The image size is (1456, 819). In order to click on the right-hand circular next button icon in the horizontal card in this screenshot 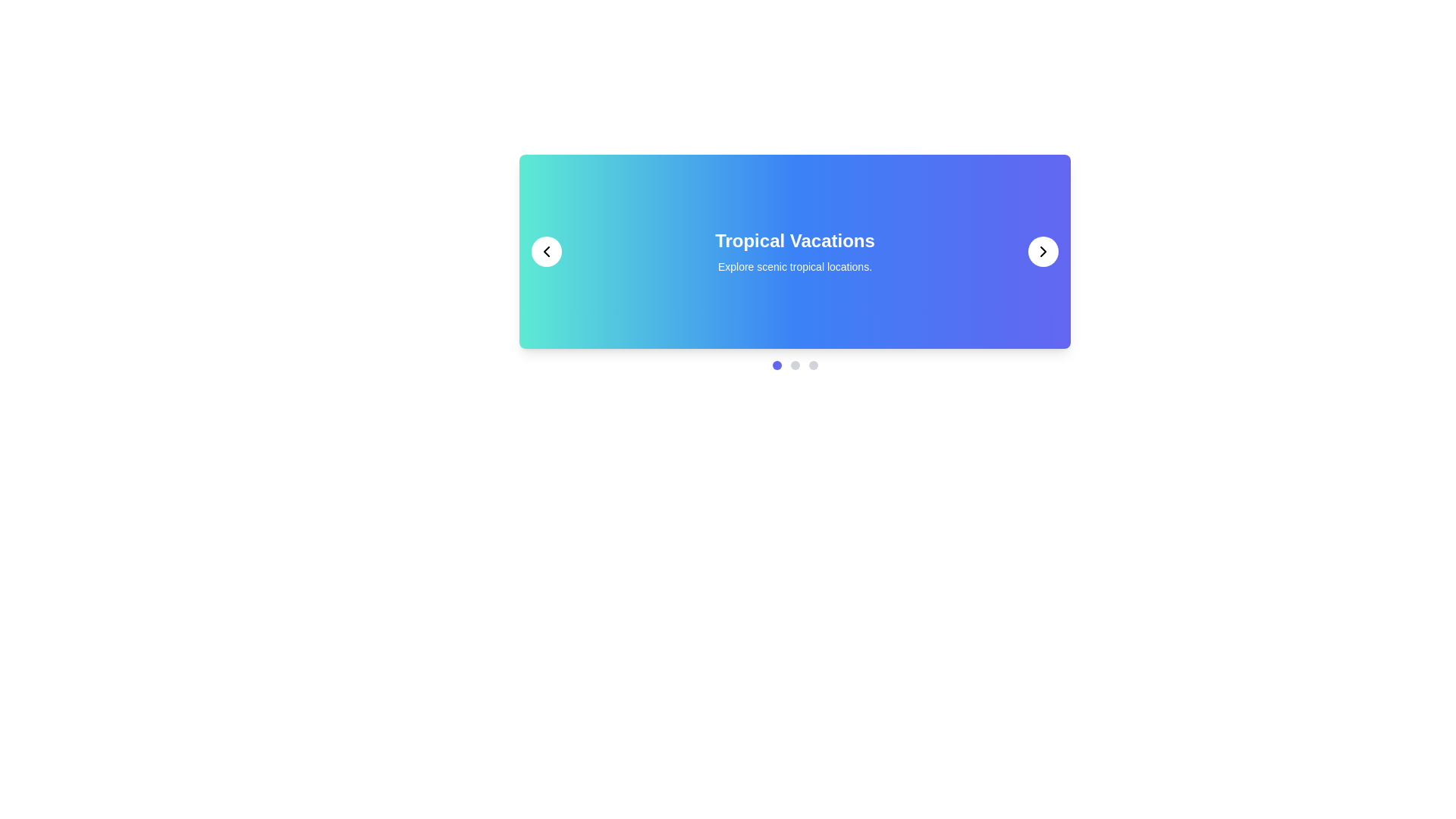, I will do `click(1043, 250)`.